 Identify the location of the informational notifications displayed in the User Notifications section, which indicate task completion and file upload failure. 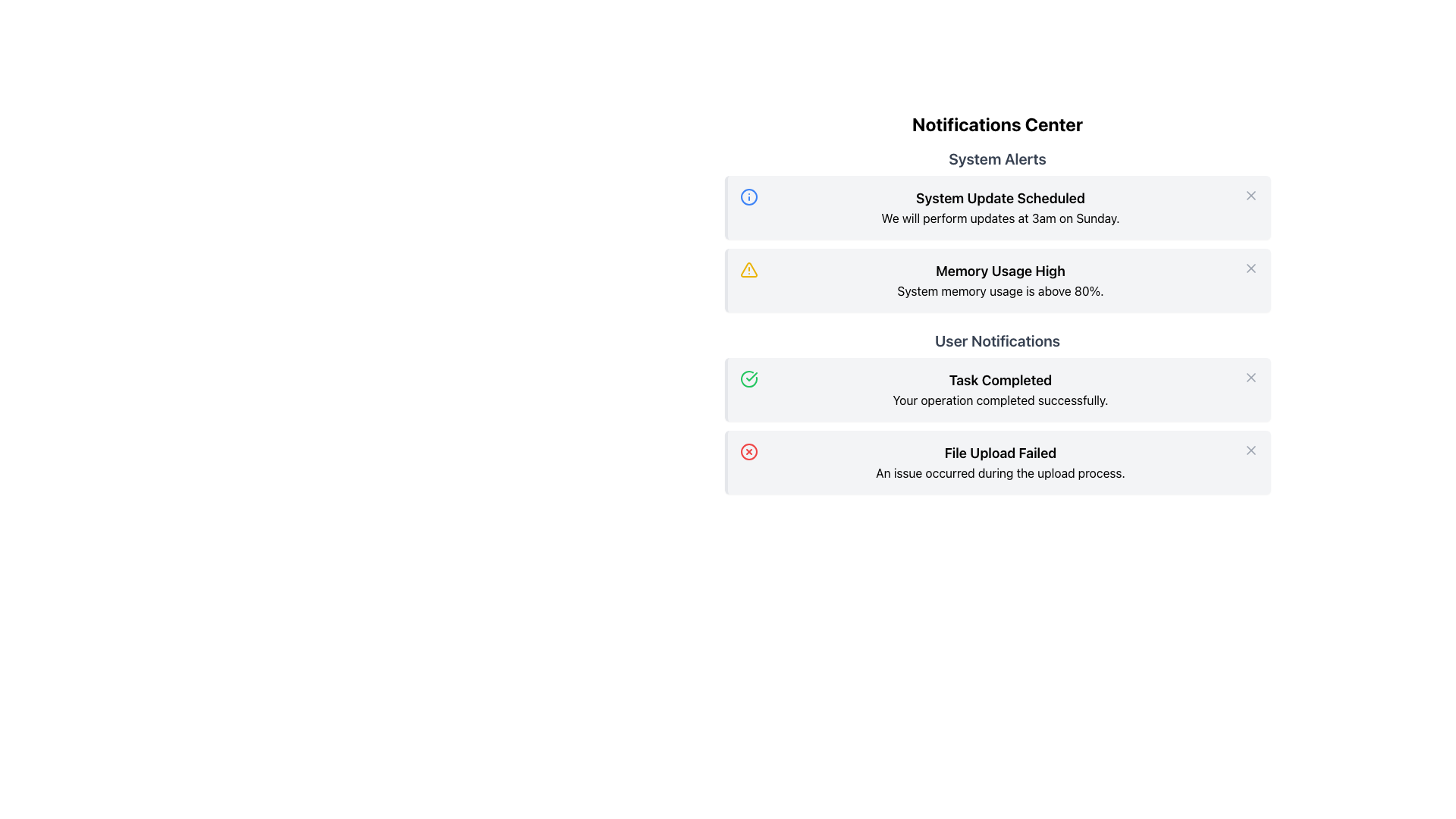
(997, 426).